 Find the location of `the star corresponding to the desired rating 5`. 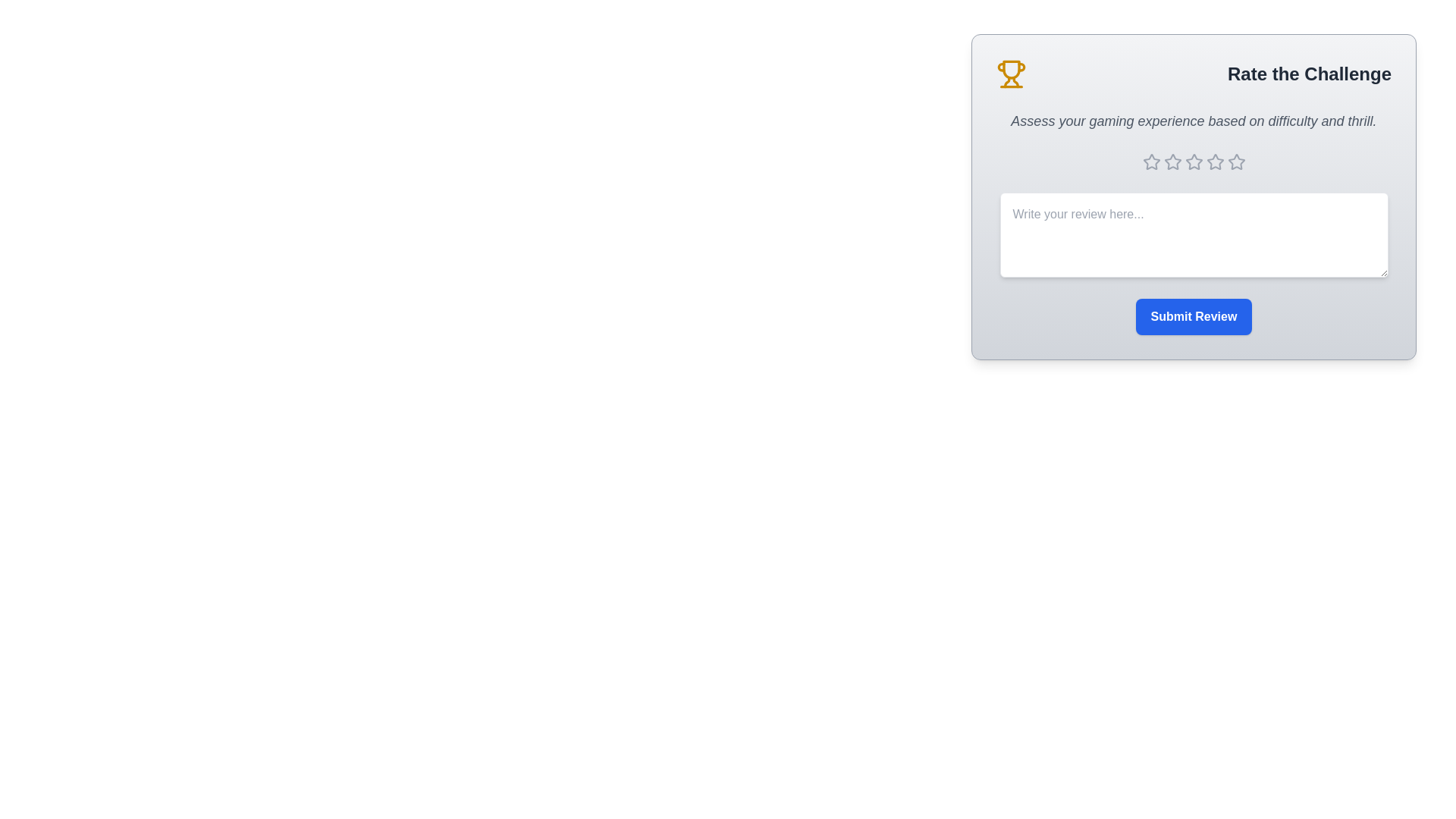

the star corresponding to the desired rating 5 is located at coordinates (1236, 162).